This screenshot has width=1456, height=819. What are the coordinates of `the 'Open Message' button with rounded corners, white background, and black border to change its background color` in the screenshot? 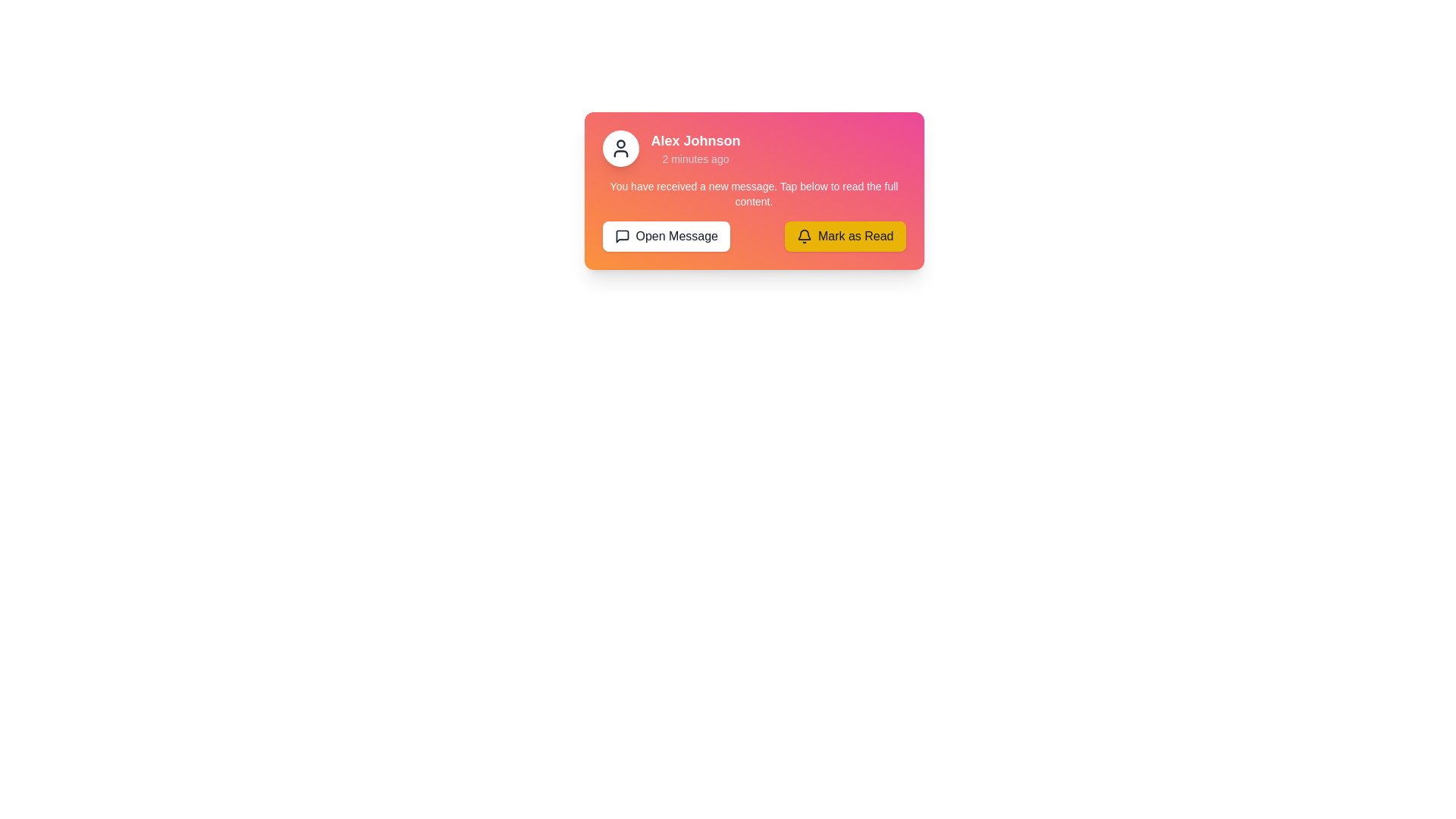 It's located at (666, 237).